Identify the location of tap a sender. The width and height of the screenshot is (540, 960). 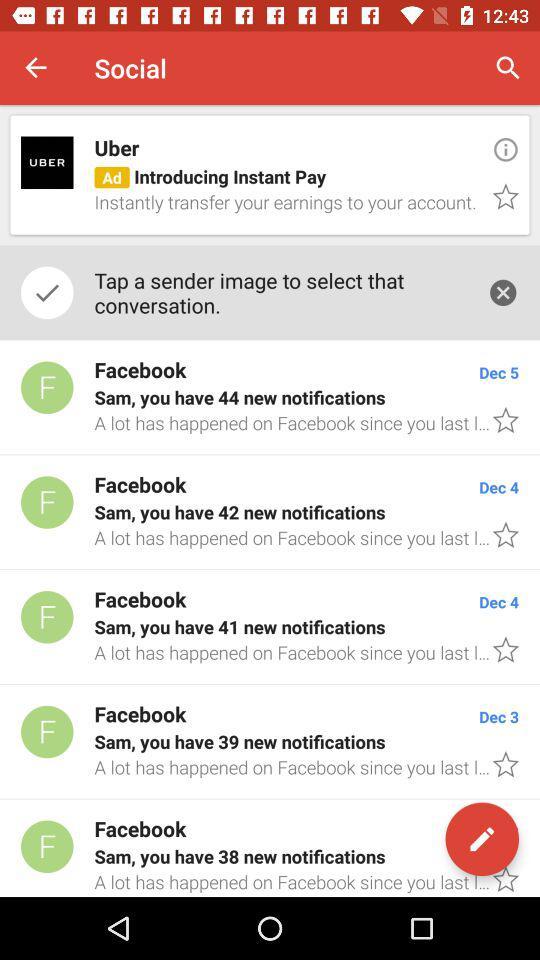
(279, 291).